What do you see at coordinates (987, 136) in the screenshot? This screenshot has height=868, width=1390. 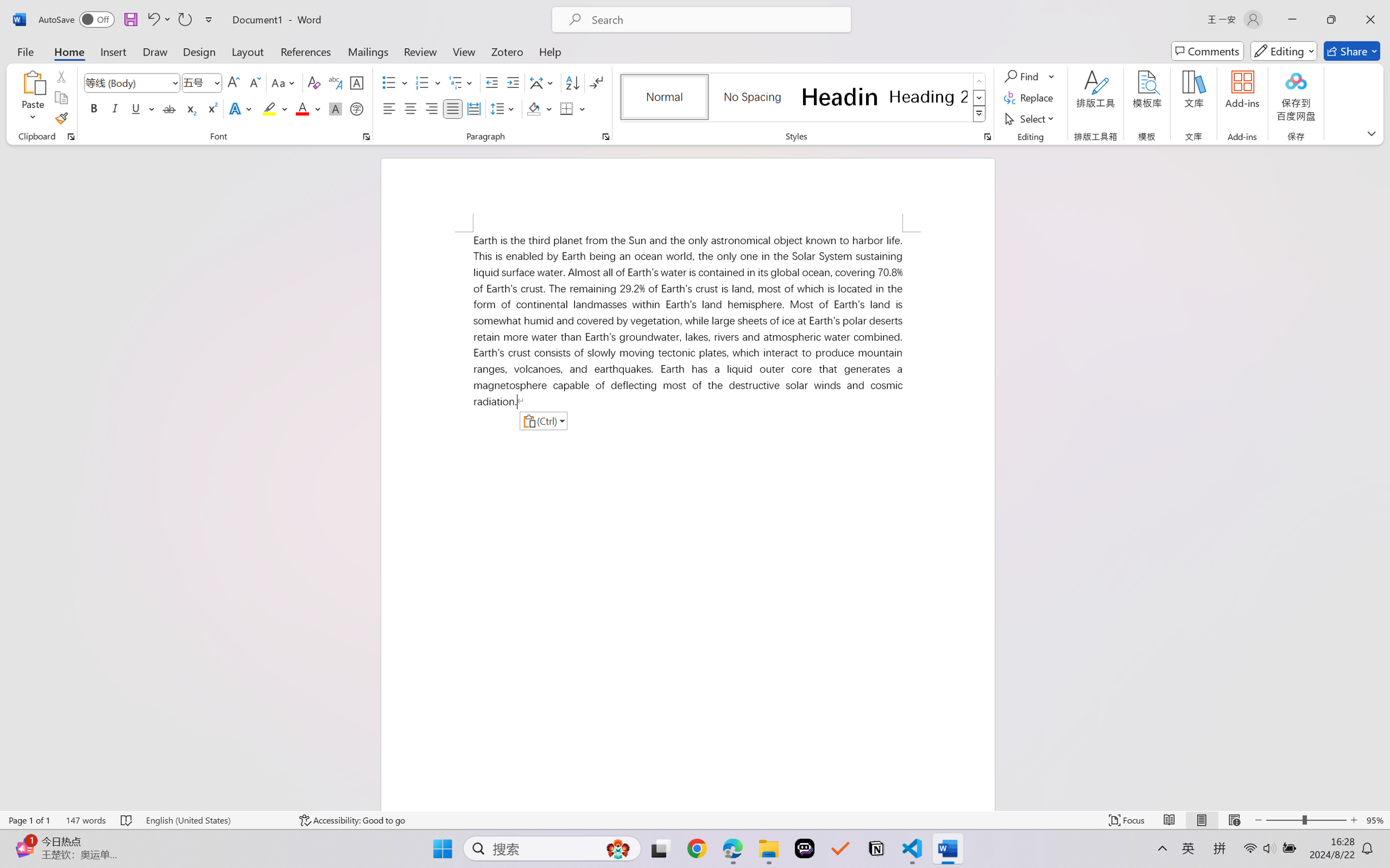 I see `'Styles...'` at bounding box center [987, 136].